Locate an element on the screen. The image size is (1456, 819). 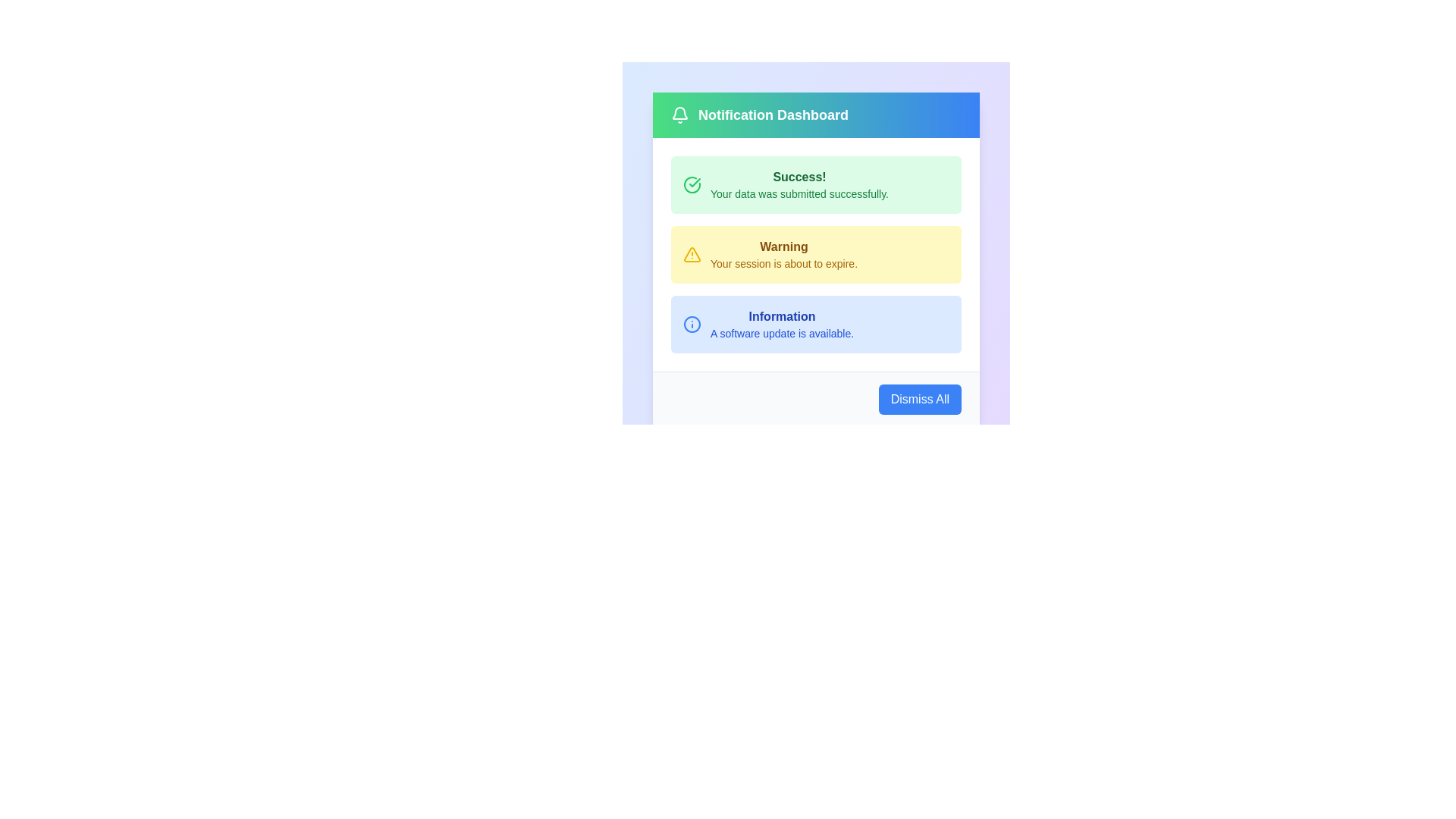
success notification message displayed in the Text block located within the green notification card at the top of the notification stack, centered below the 'Notification Dashboard' heading is located at coordinates (799, 184).